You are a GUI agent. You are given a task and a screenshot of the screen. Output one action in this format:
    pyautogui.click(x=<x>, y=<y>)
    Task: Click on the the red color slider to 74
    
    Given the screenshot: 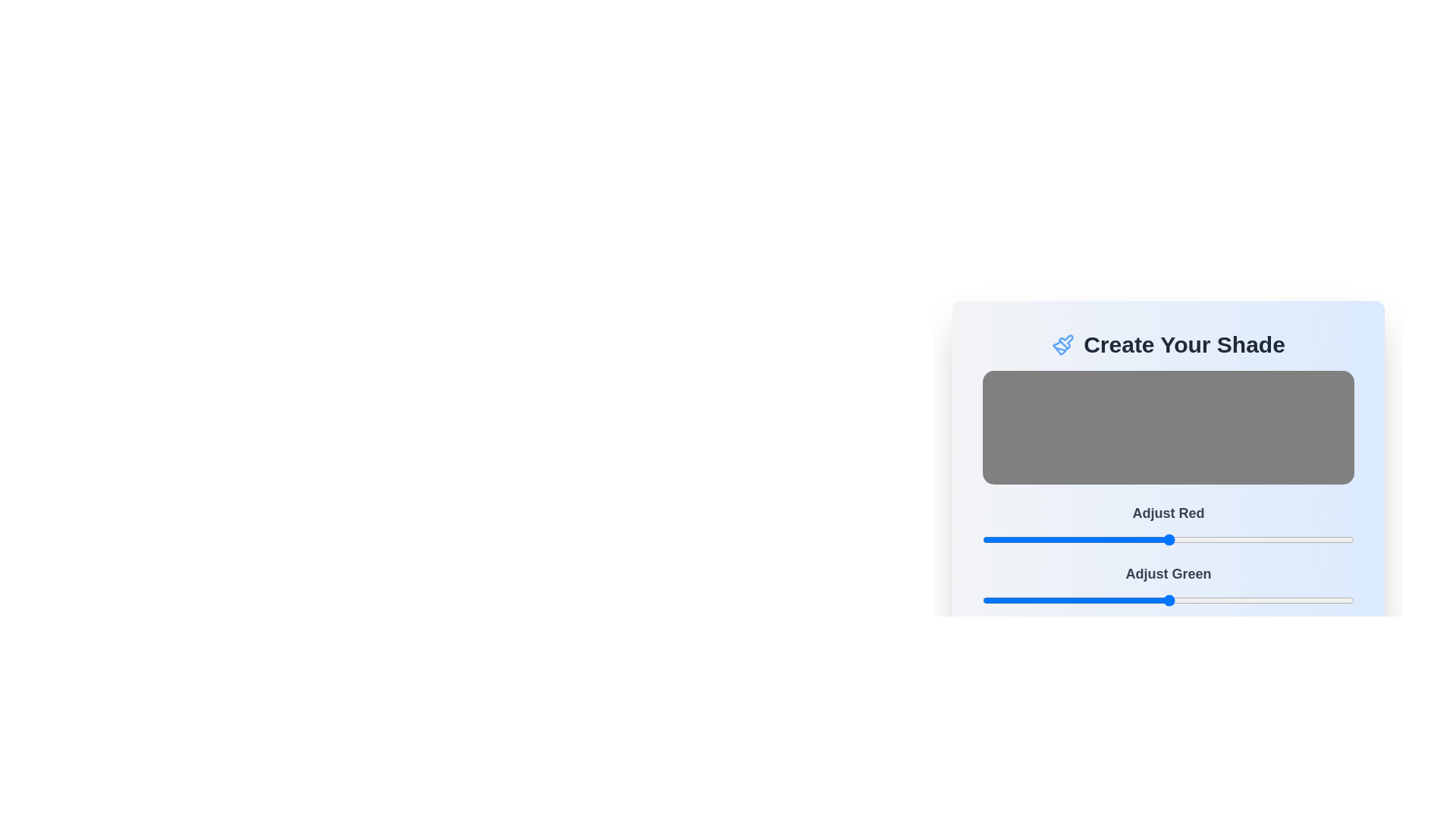 What is the action you would take?
    pyautogui.click(x=1090, y=539)
    